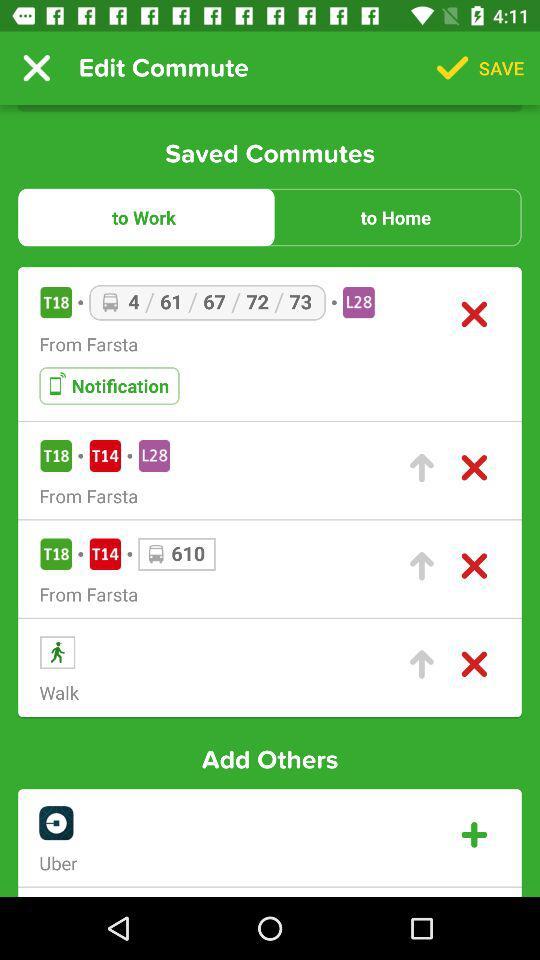 The image size is (540, 960). Describe the element at coordinates (109, 385) in the screenshot. I see `the notification icon` at that location.